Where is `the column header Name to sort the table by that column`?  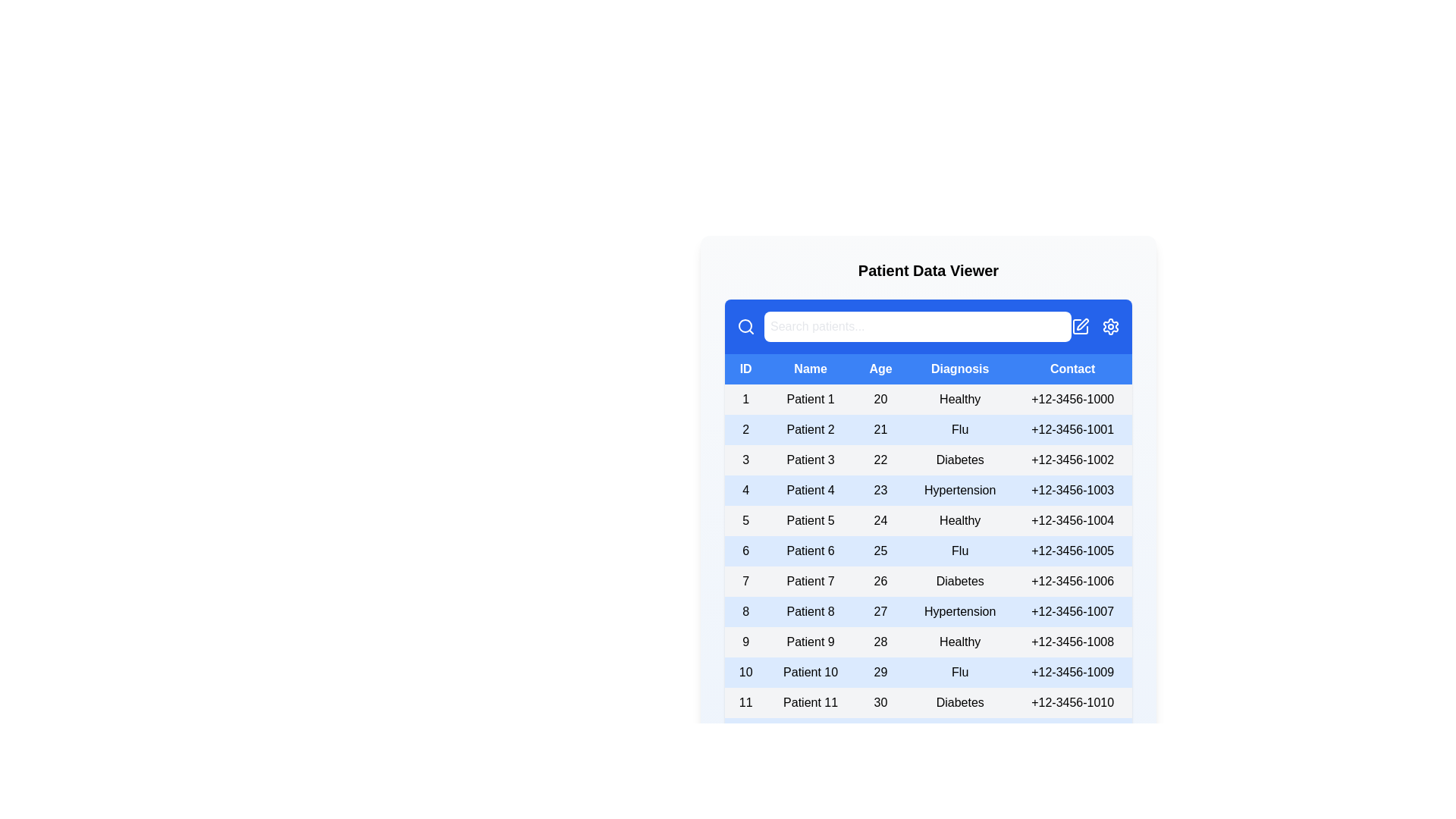
the column header Name to sort the table by that column is located at coordinates (810, 369).